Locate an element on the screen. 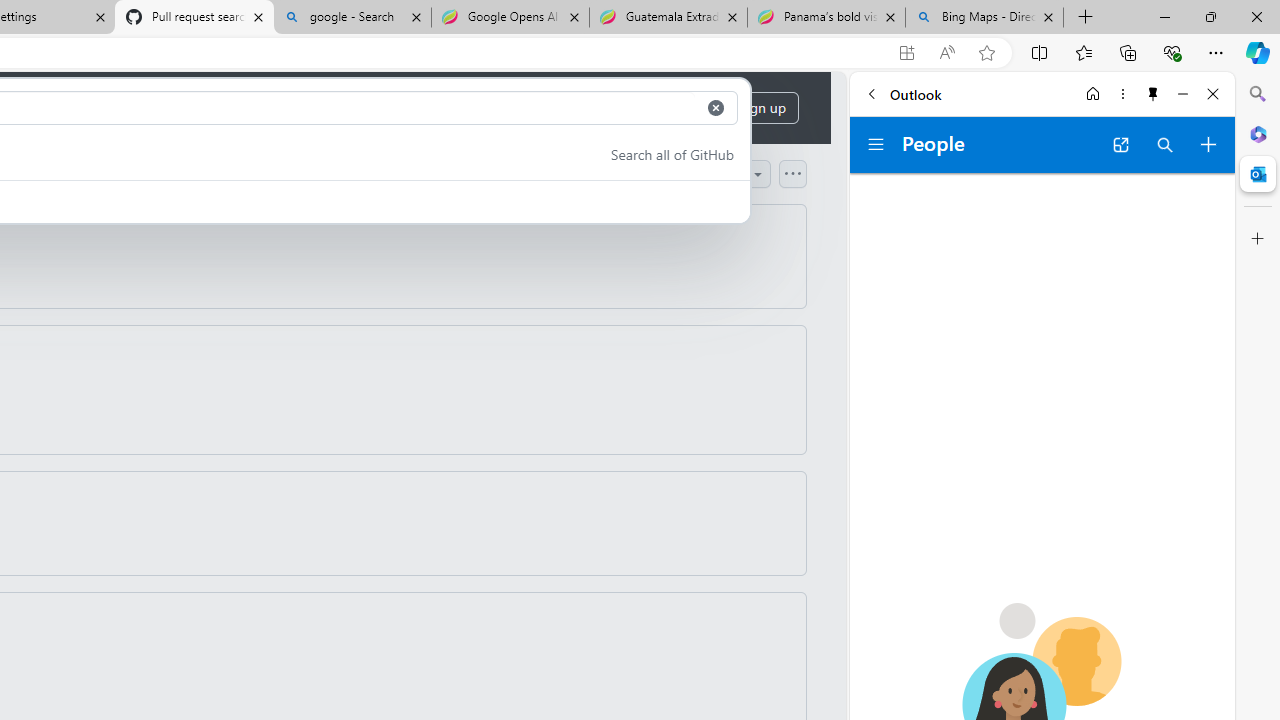  'Create new contact' is located at coordinates (1207, 144).